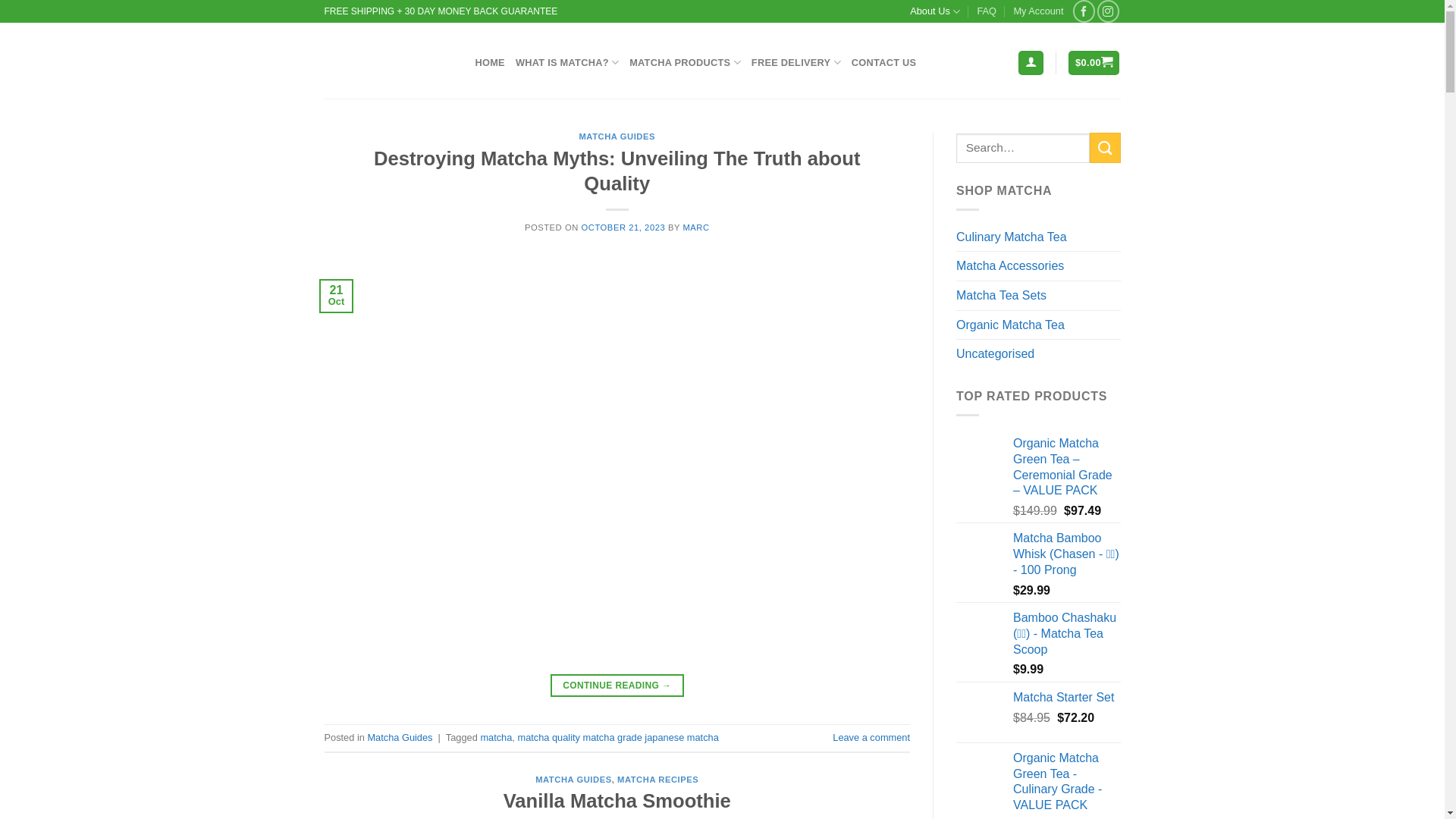 The width and height of the screenshot is (1456, 819). What do you see at coordinates (1037, 237) in the screenshot?
I see `'Culinary Matcha Tea'` at bounding box center [1037, 237].